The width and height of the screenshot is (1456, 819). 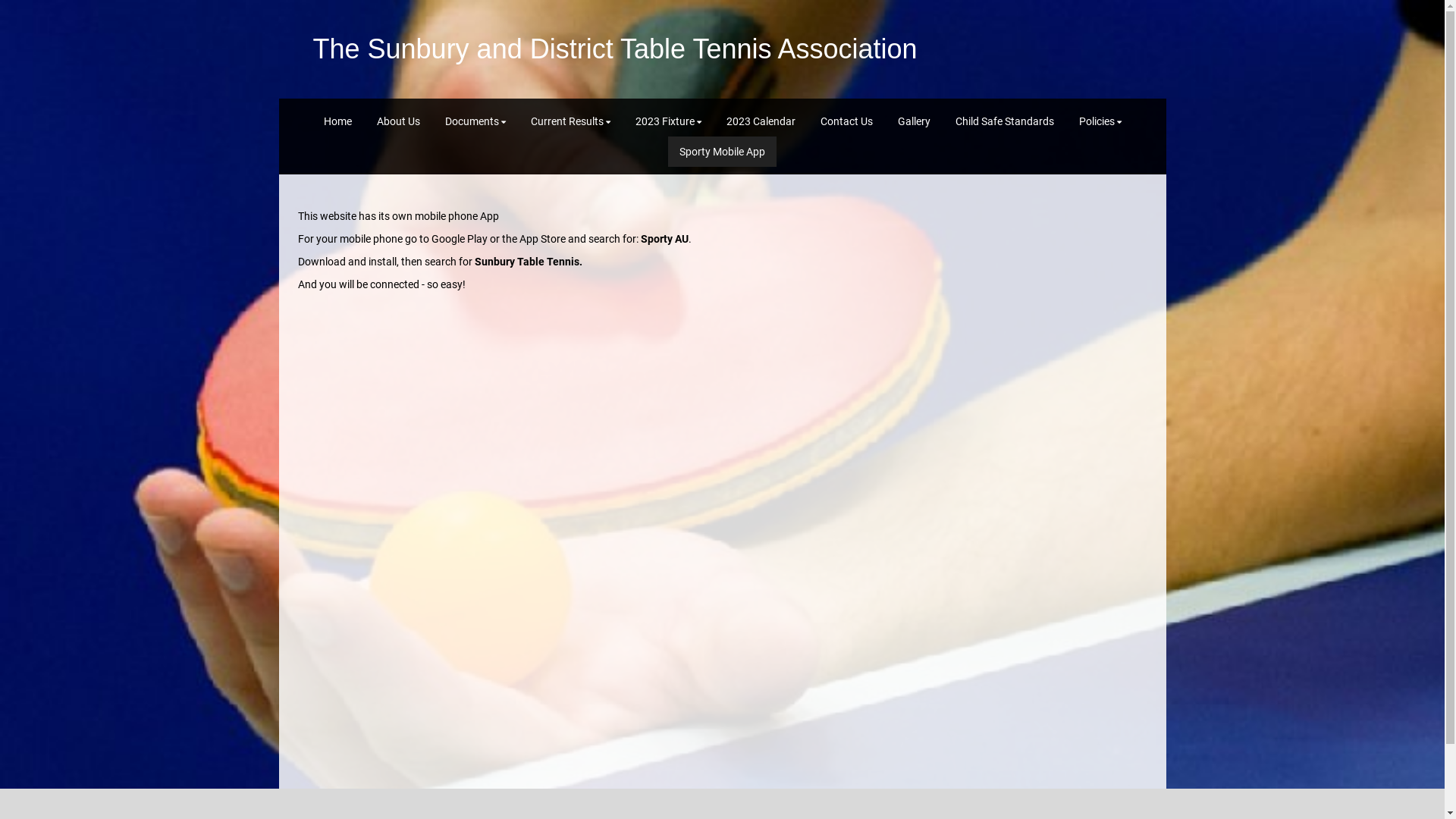 What do you see at coordinates (569, 120) in the screenshot?
I see `'Current Results'` at bounding box center [569, 120].